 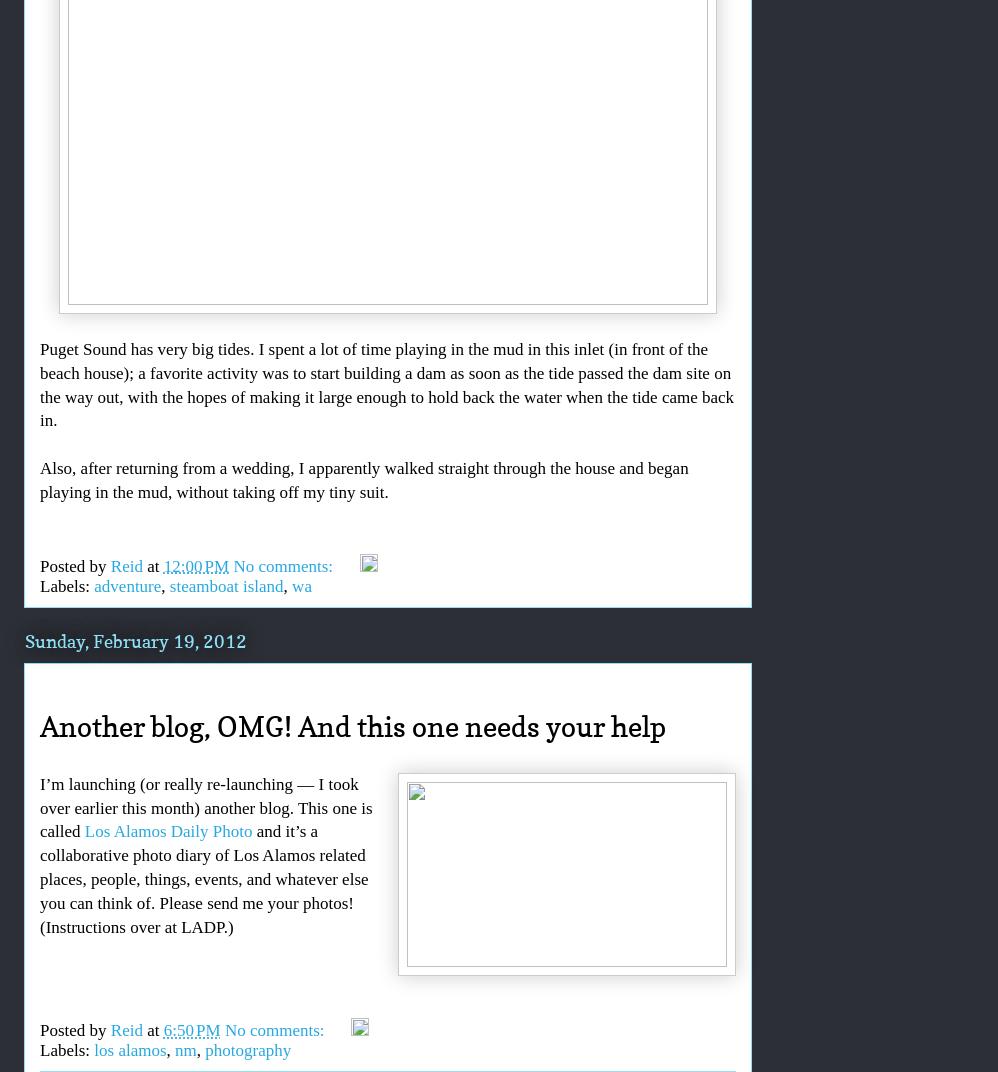 I want to click on 'and it’s a collaborative photo diary of Los Alamos related places, people, things, events, and whatever else you can think of. Please send me your photos! (Instructions over at LADP.)', so click(x=203, y=879).